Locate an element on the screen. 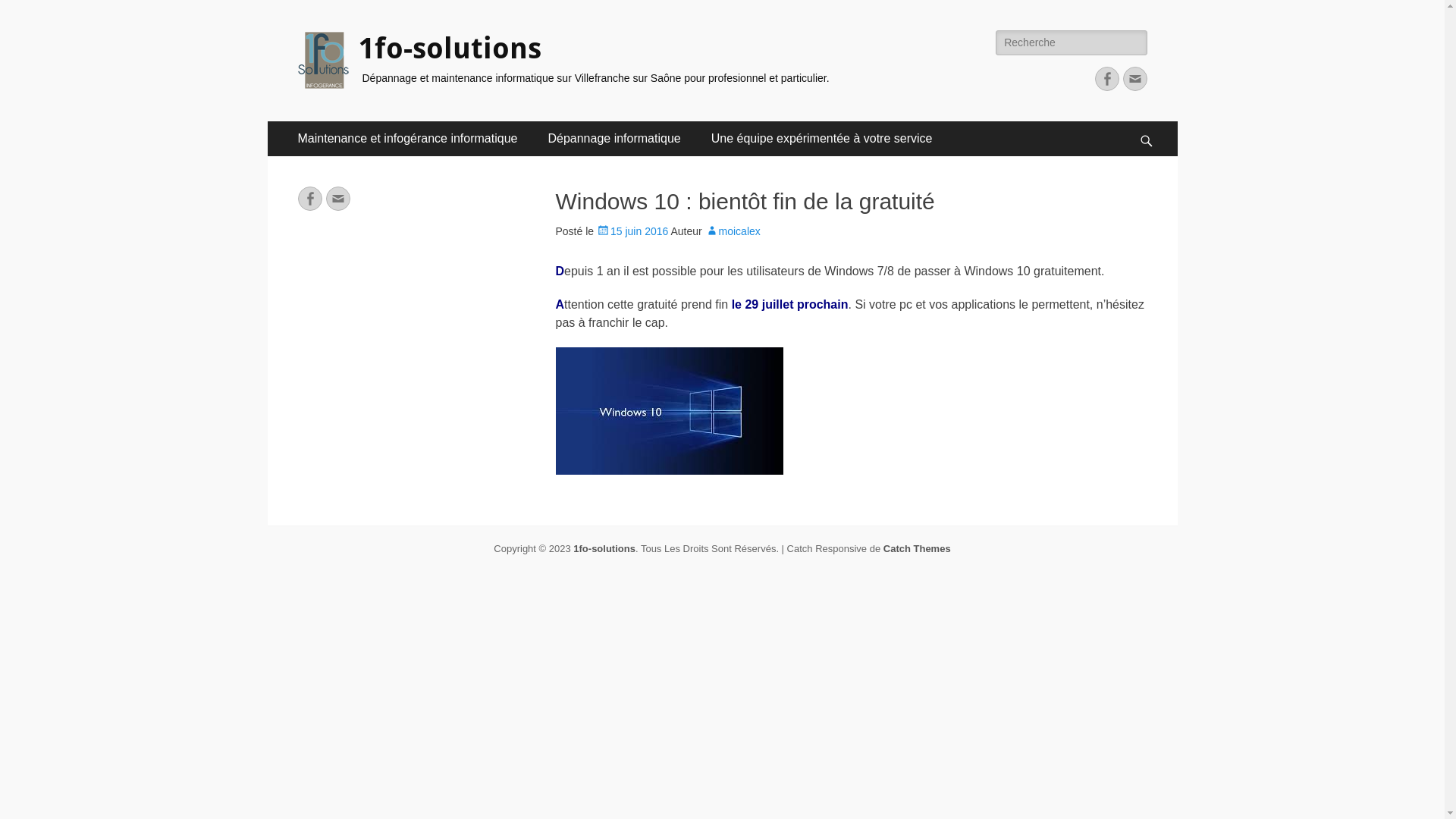  'Catch Themes' is located at coordinates (883, 548).